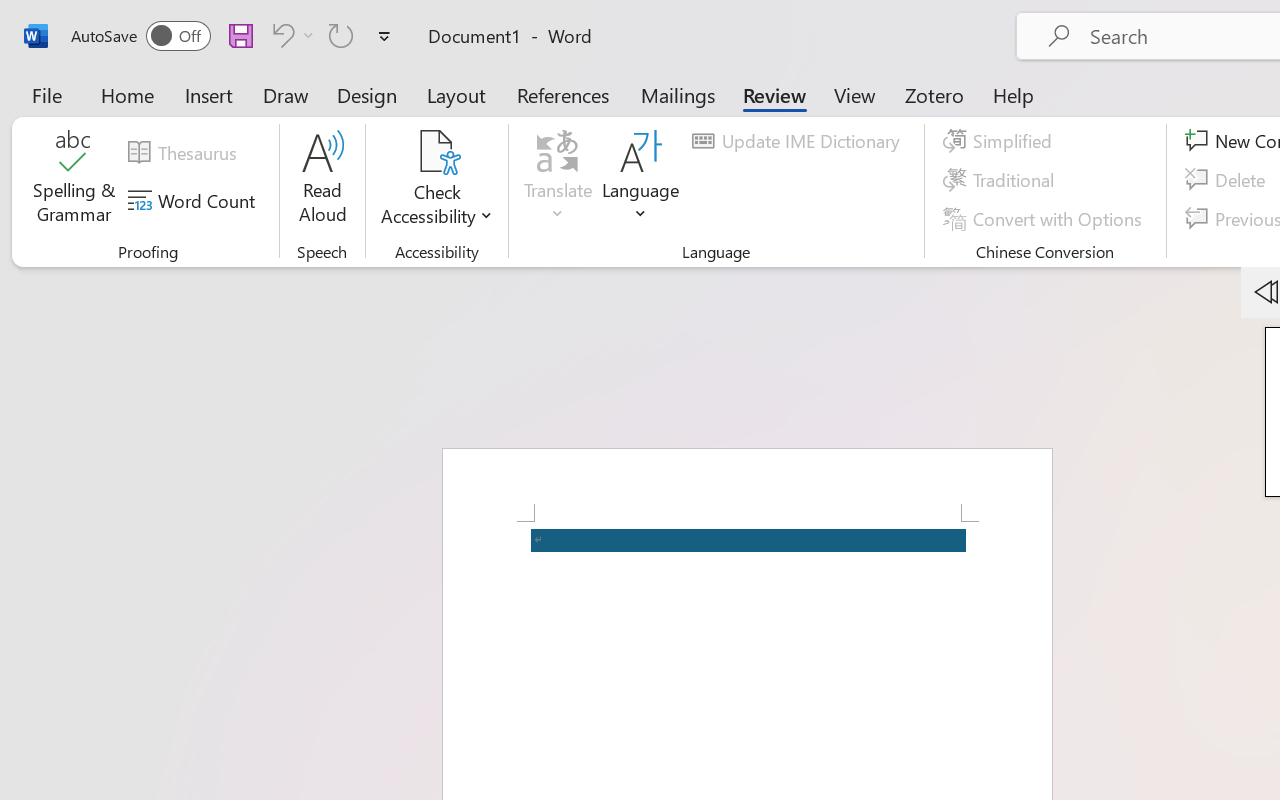 This screenshot has width=1280, height=800. I want to click on 'Undo Apply Quick Style Set', so click(279, 34).